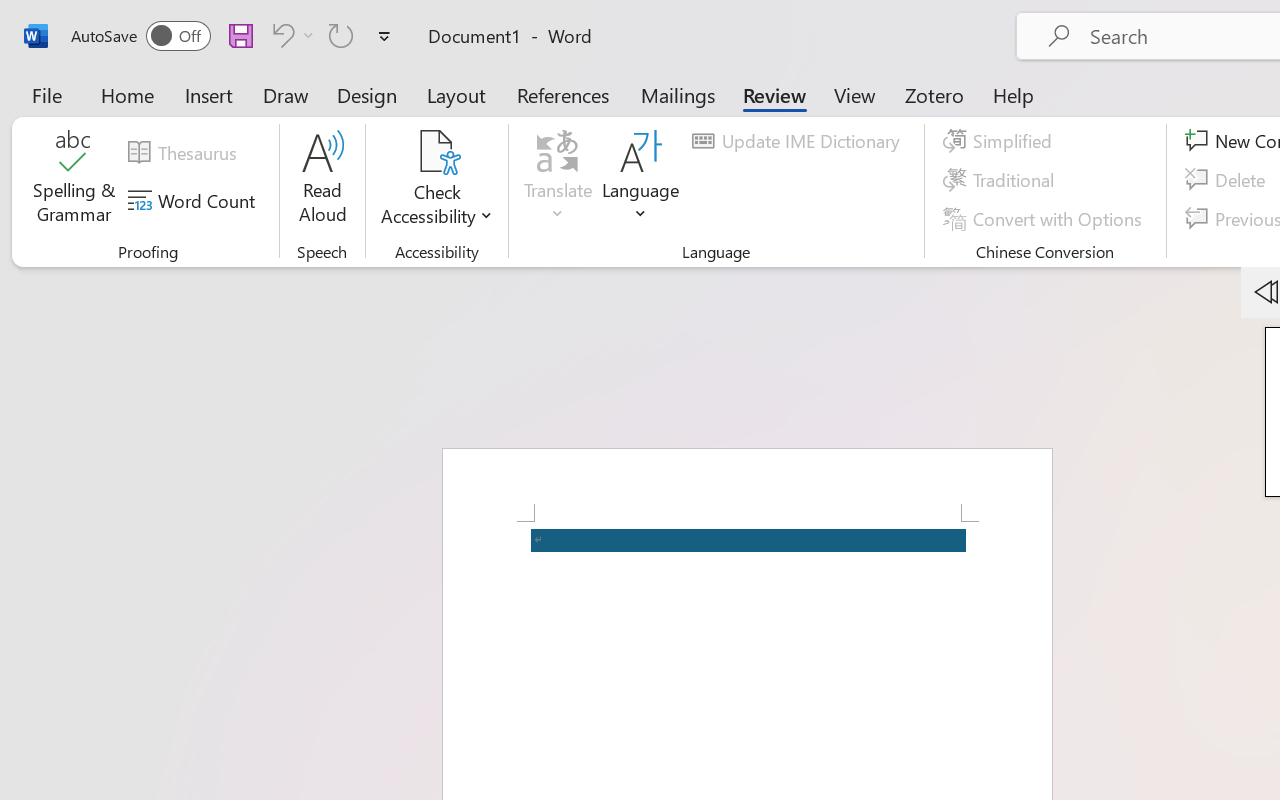 This screenshot has width=1280, height=800. I want to click on 'Undo Apply Quick Style Set', so click(279, 34).